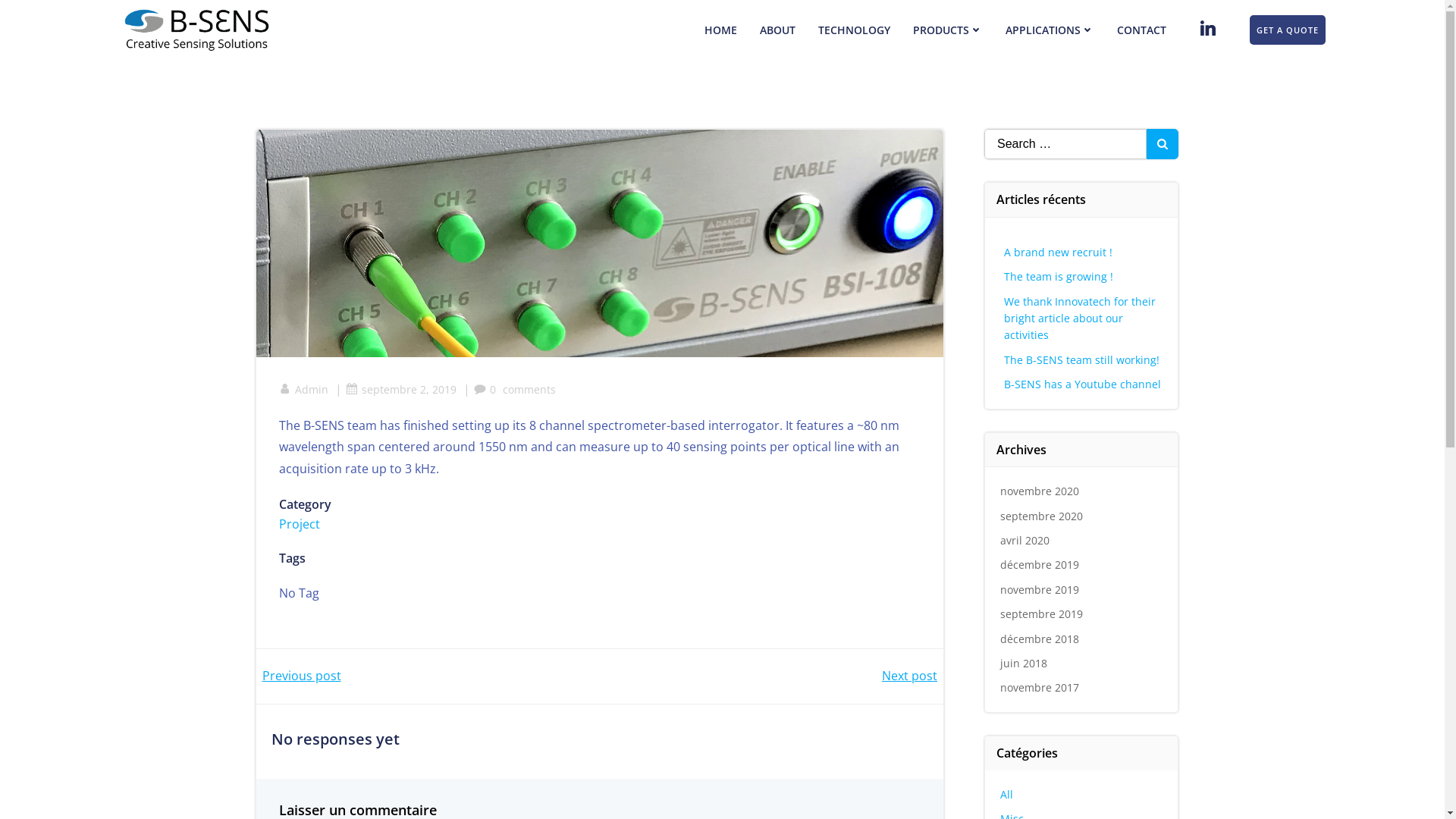 The height and width of the screenshot is (819, 1456). Describe the element at coordinates (1287, 30) in the screenshot. I see `'GET A QUOTE'` at that location.